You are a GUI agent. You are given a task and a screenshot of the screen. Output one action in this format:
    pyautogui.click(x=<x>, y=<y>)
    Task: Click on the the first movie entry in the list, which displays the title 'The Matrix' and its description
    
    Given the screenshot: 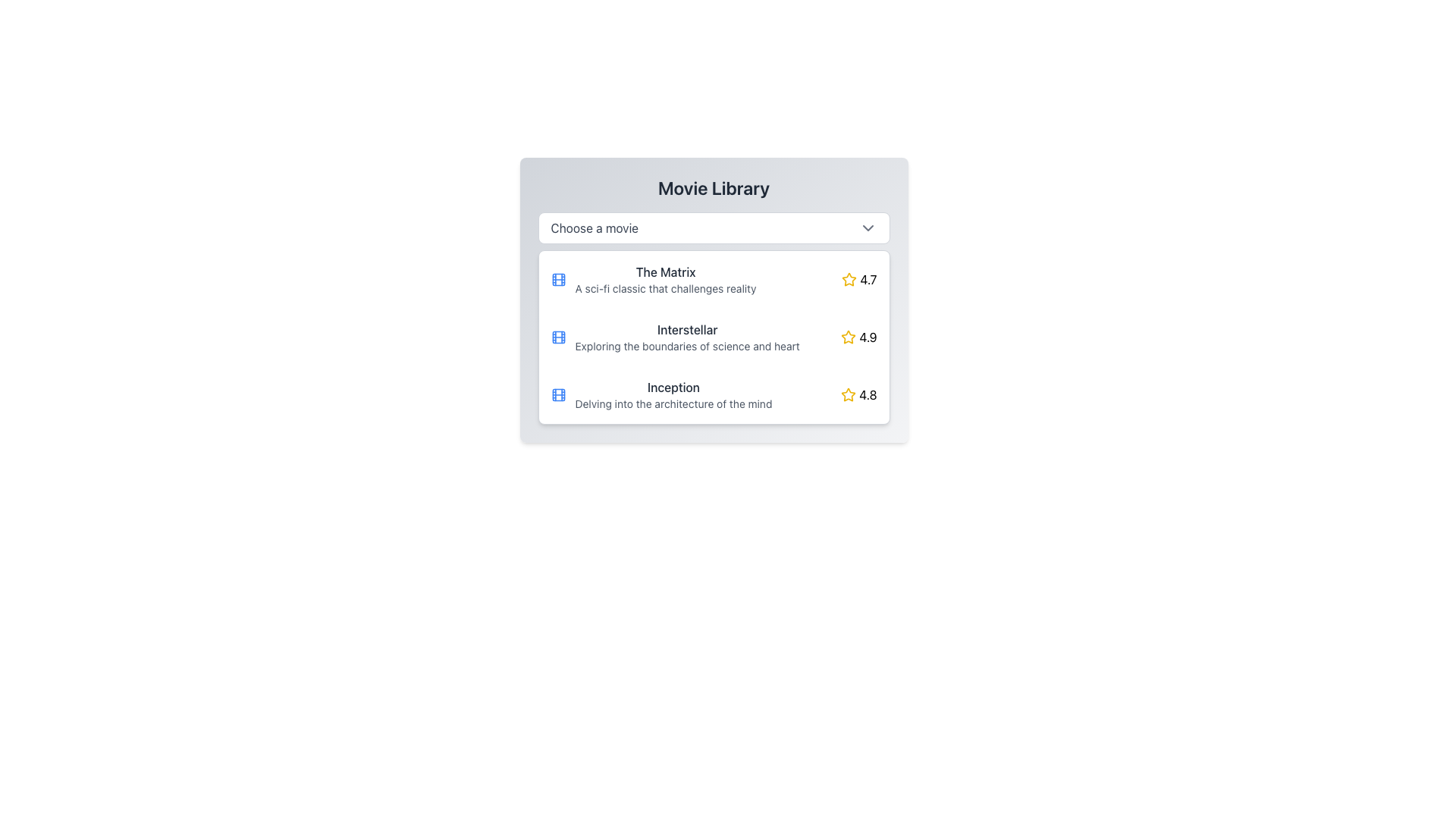 What is the action you would take?
    pyautogui.click(x=713, y=280)
    